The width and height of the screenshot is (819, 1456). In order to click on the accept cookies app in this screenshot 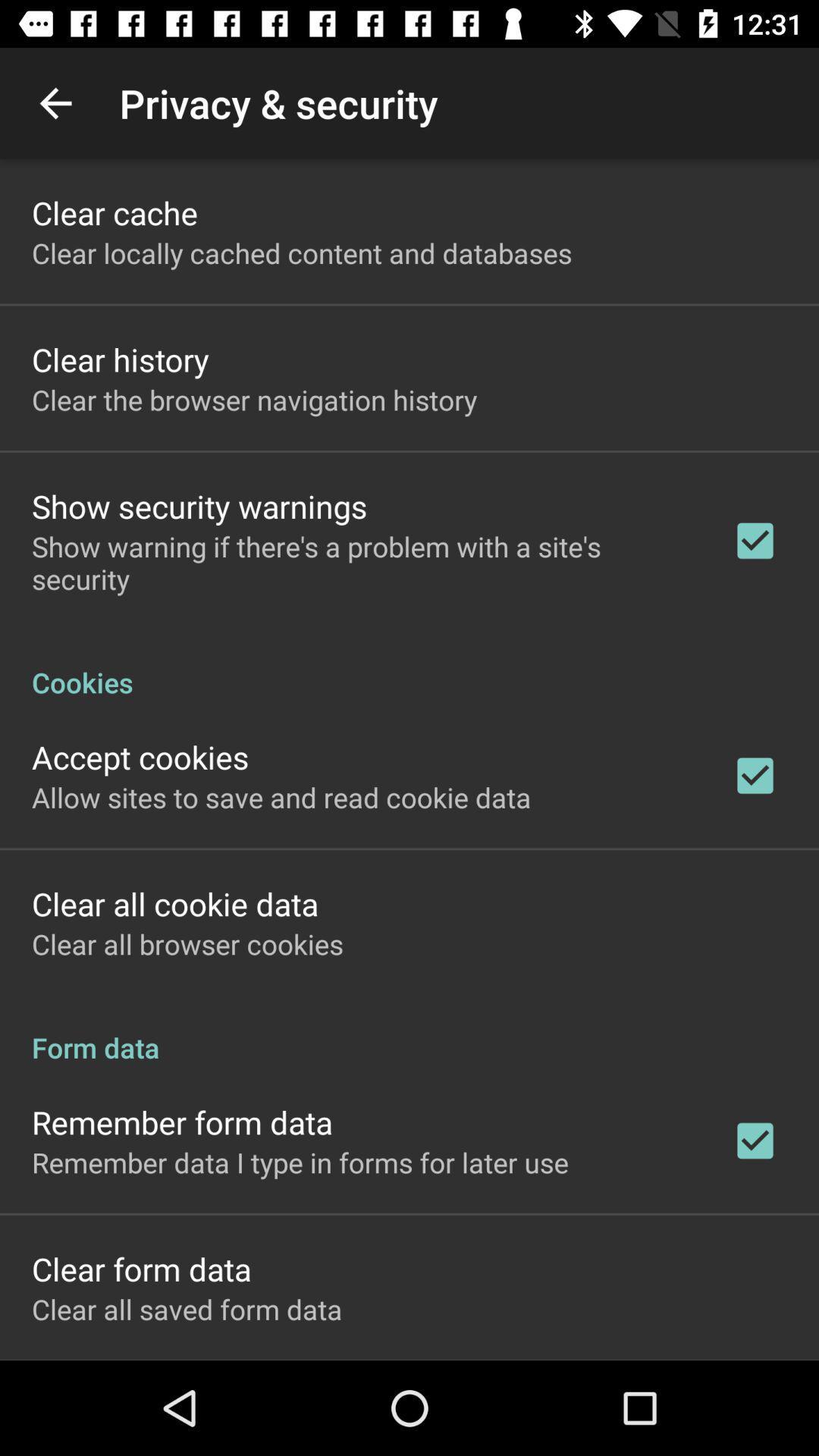, I will do `click(140, 757)`.